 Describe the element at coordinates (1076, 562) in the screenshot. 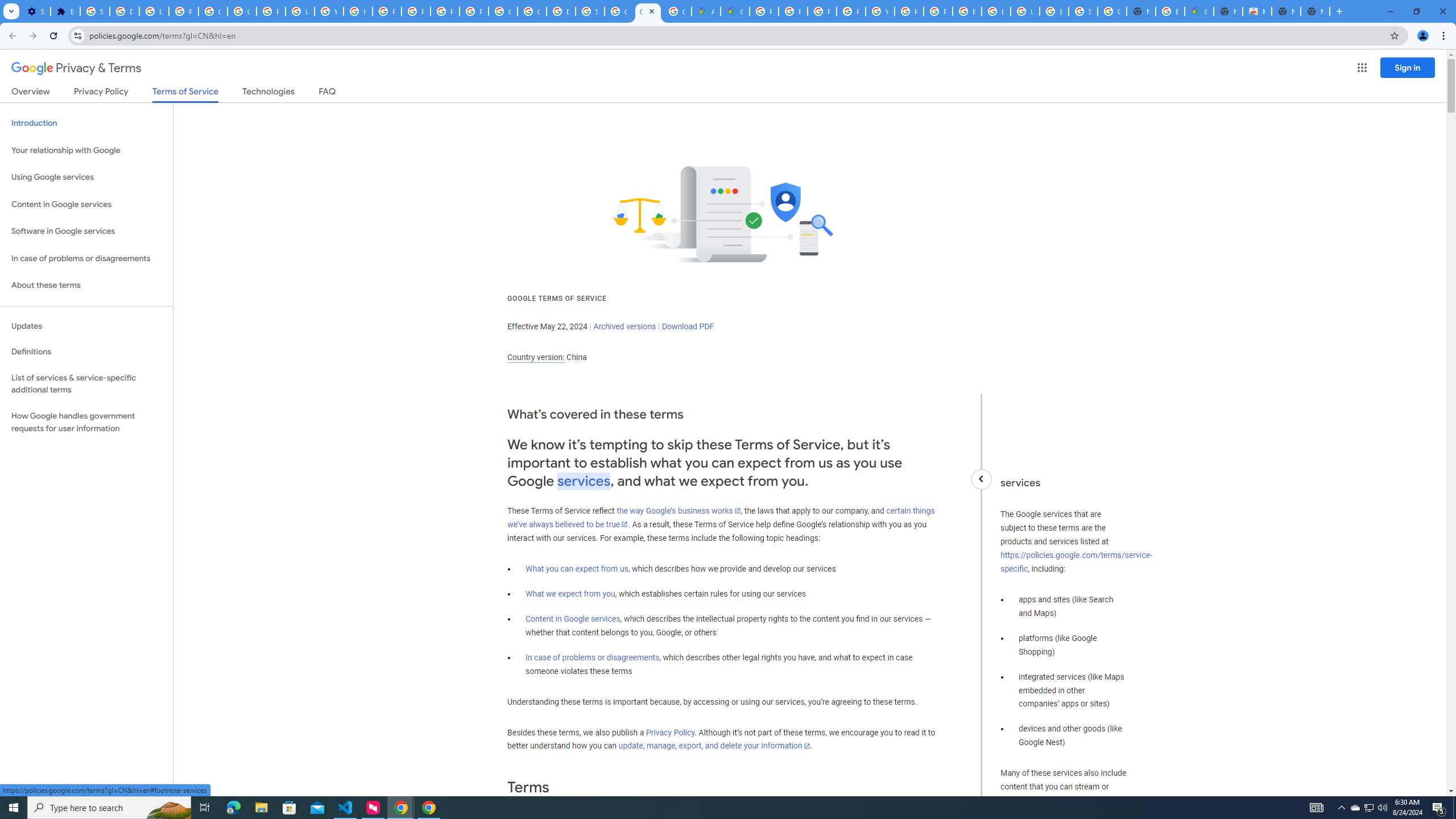

I see `'https://policies.google.com/terms/service-specific'` at that location.